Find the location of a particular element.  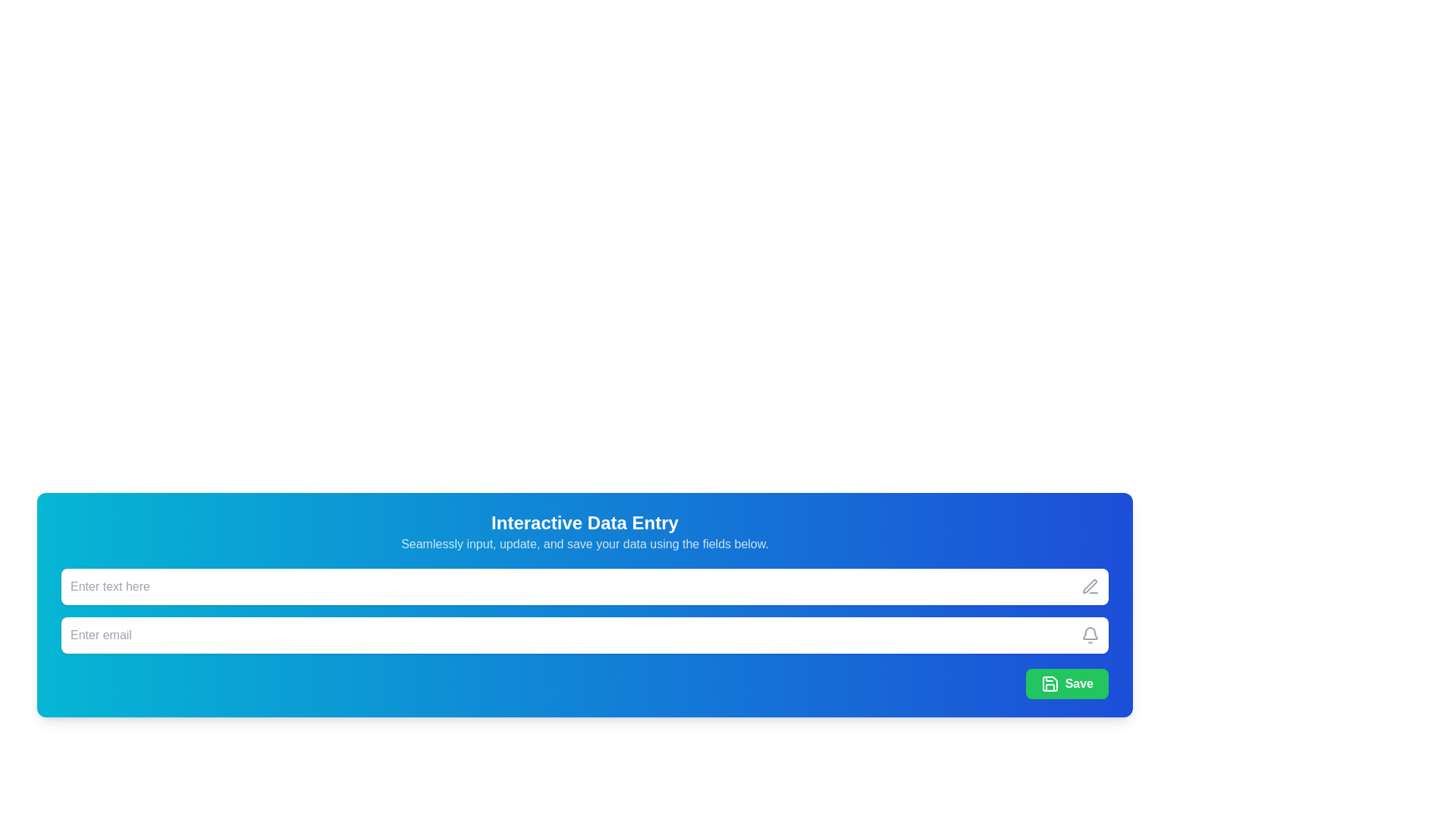

the small gray pen-shaped icon located at the far-right edge of the text input field under the 'Interactive Data Entry' header is located at coordinates (1090, 586).